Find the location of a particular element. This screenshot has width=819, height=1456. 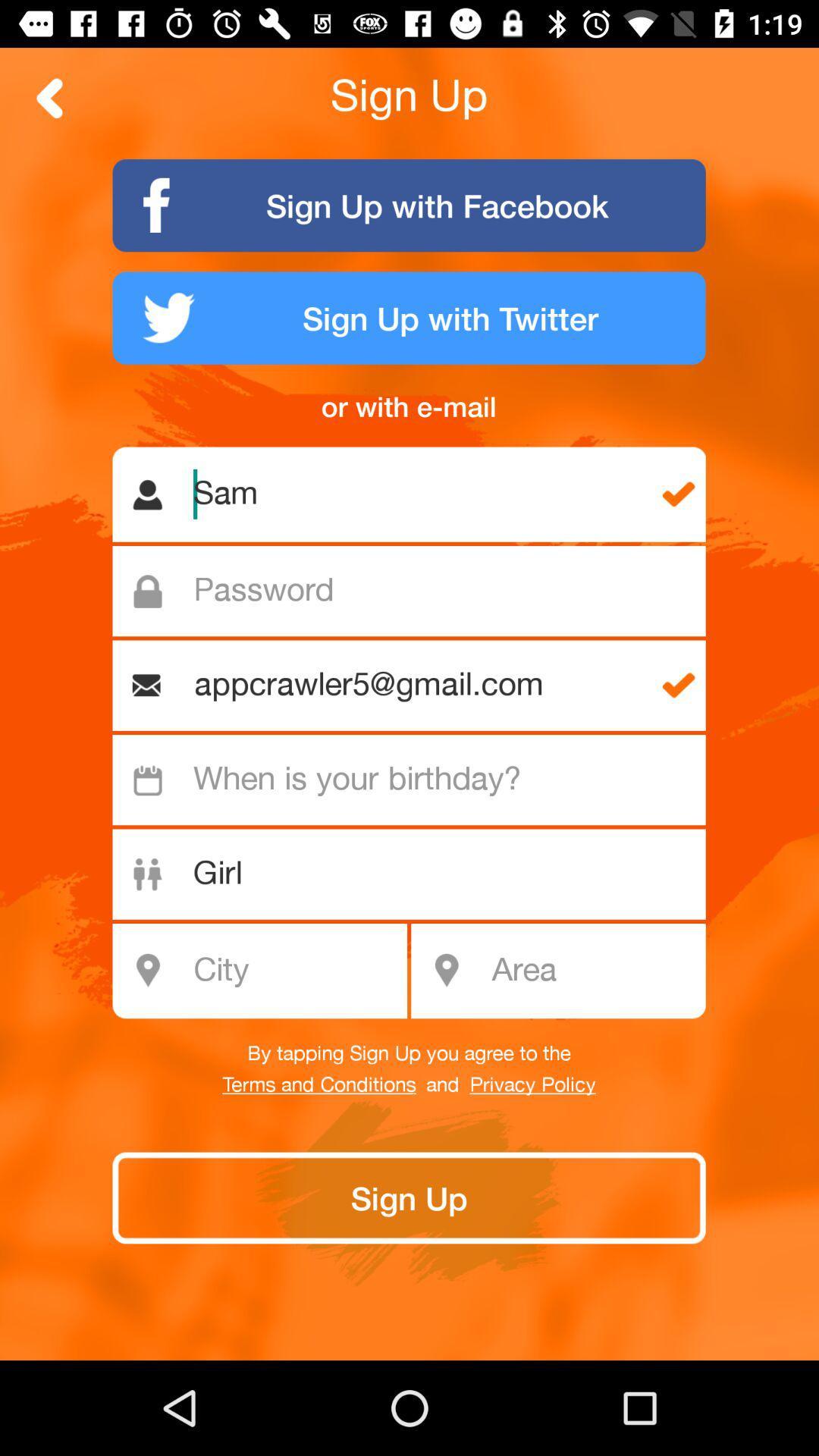

the last button of the page is located at coordinates (408, 1197).